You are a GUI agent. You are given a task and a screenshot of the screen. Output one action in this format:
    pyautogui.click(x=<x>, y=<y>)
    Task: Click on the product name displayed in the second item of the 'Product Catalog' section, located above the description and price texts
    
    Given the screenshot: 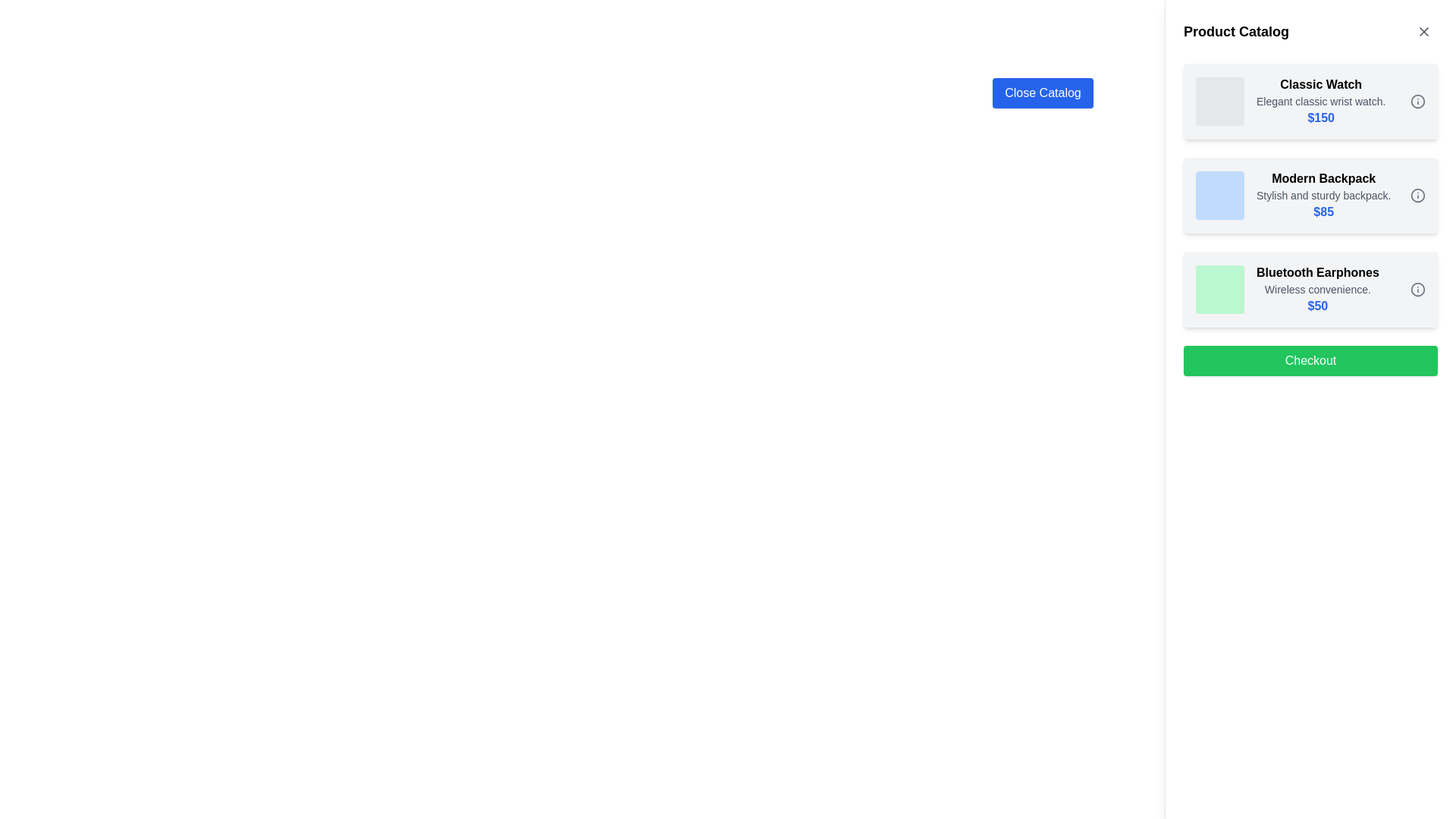 What is the action you would take?
    pyautogui.click(x=1323, y=177)
    